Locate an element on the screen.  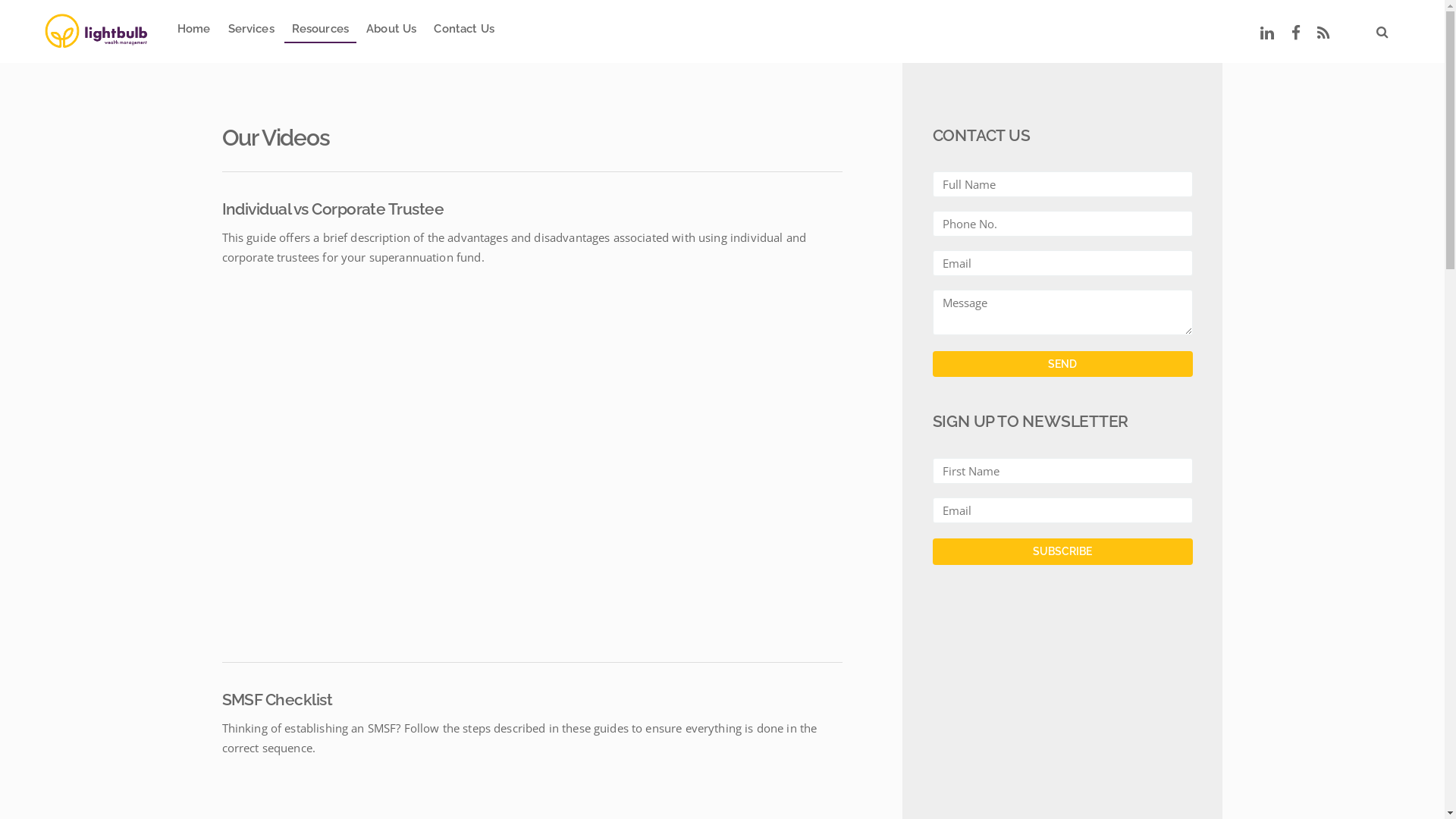
'Contact Us' is located at coordinates (463, 31).